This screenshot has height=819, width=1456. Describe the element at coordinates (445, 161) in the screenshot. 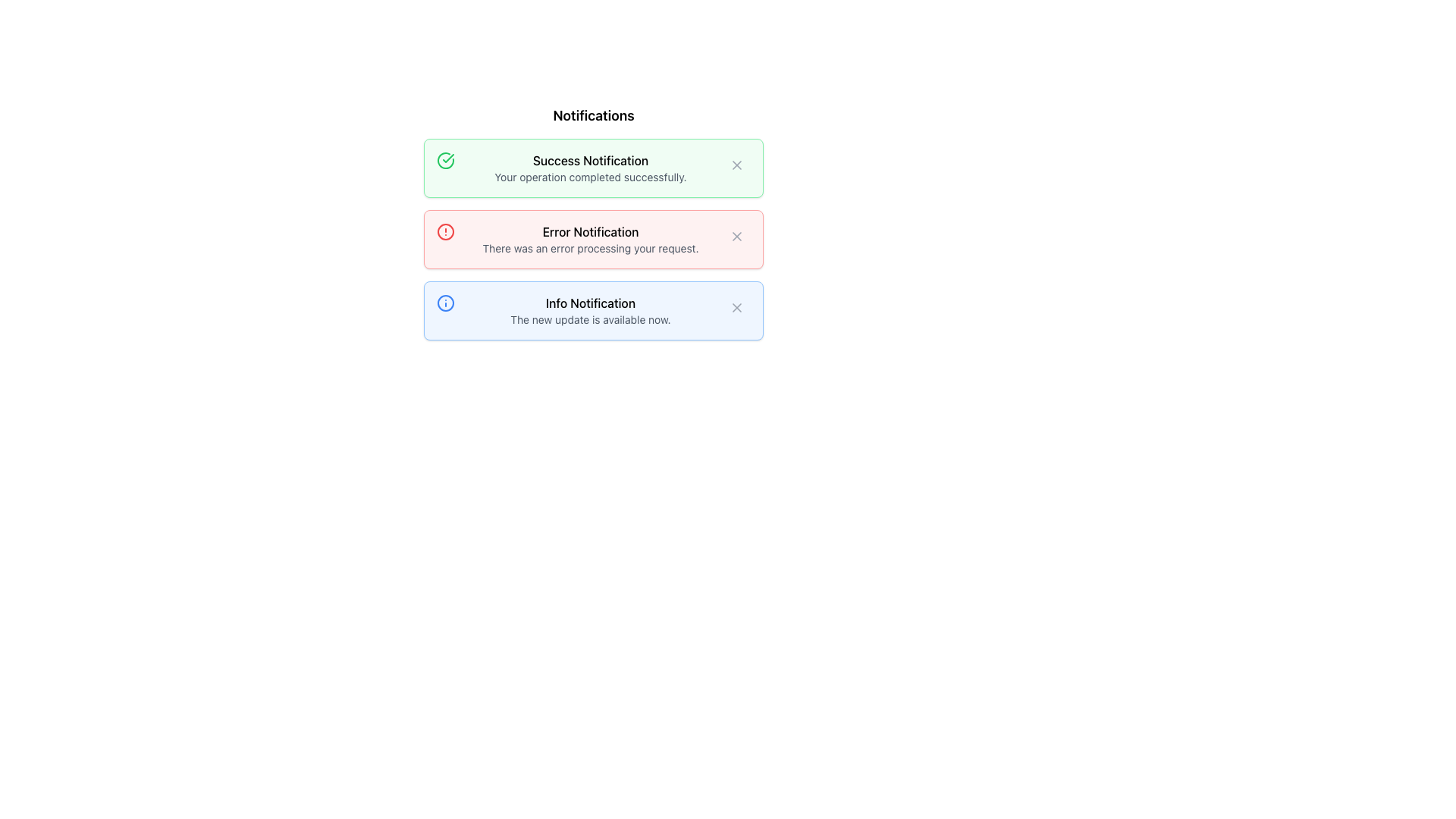

I see `the green circular checkmark icon located in the upper notification box of the success notification` at that location.